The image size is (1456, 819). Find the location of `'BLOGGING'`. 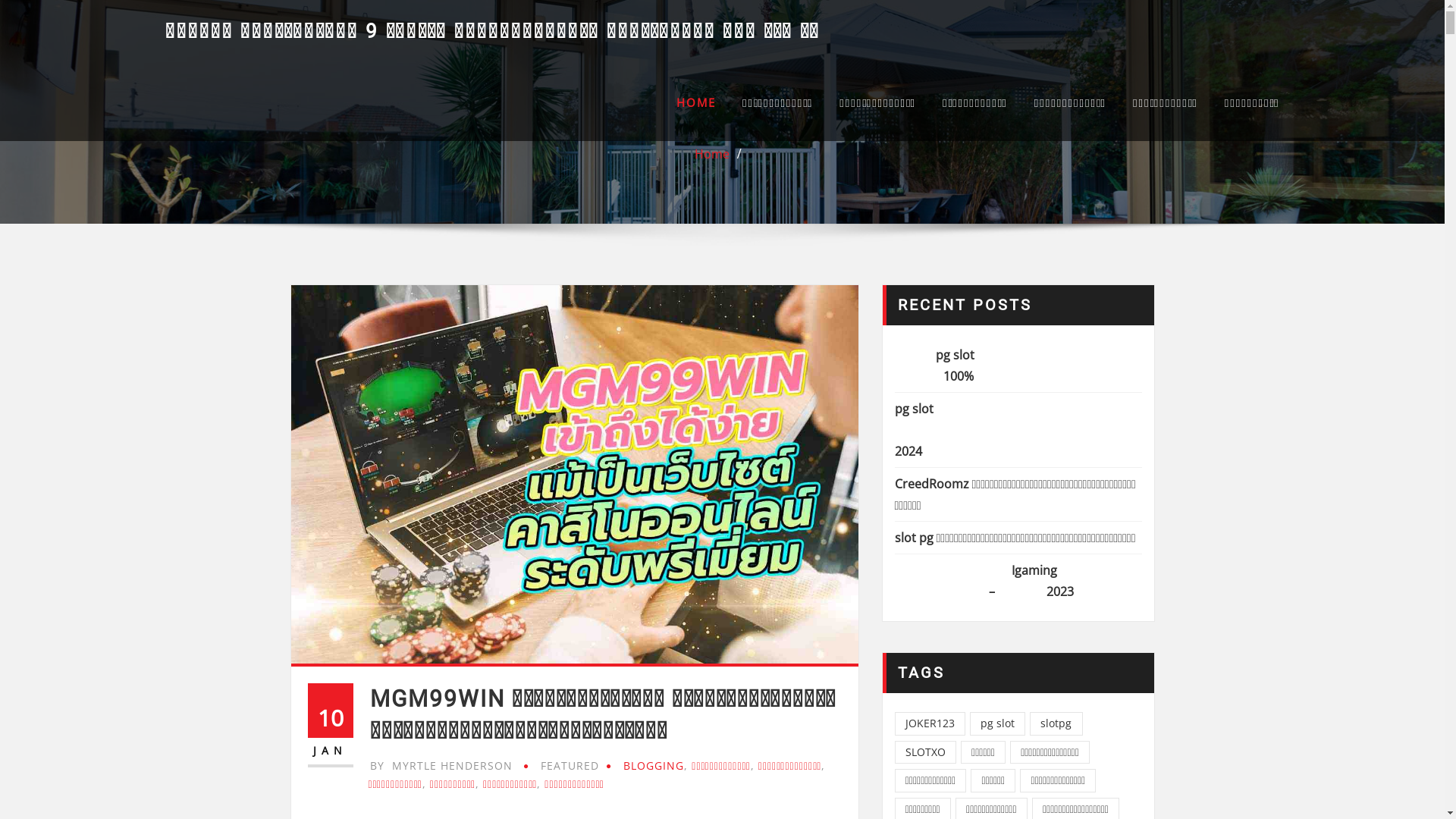

'BLOGGING' is located at coordinates (654, 766).